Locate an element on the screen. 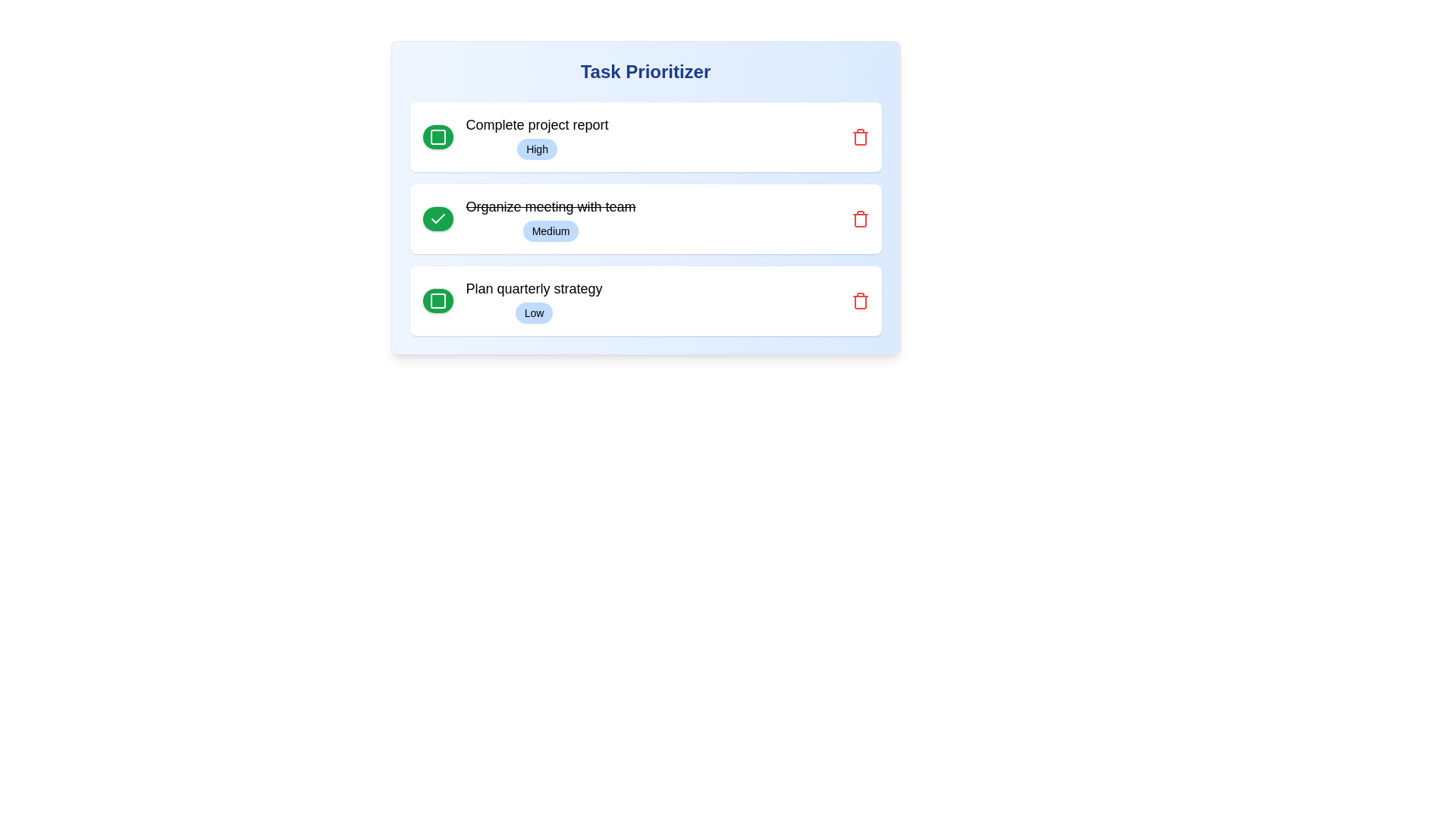 The image size is (1456, 819). the interactive checkbox located in the first item of the vertical list within the Task Prioritizer component to change its state is located at coordinates (437, 137).